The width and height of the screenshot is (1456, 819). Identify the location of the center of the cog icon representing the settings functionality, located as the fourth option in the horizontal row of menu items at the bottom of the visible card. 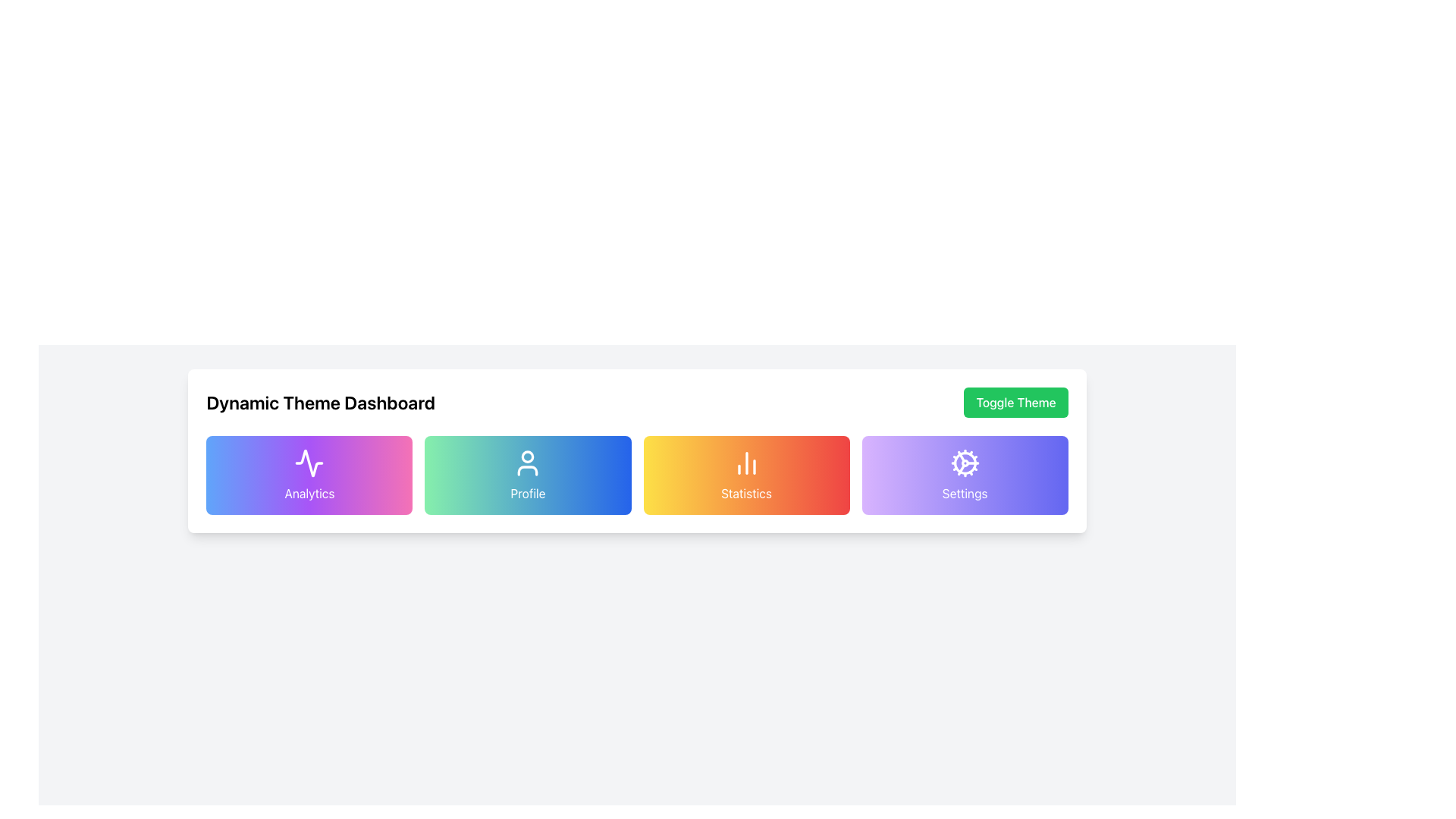
(964, 462).